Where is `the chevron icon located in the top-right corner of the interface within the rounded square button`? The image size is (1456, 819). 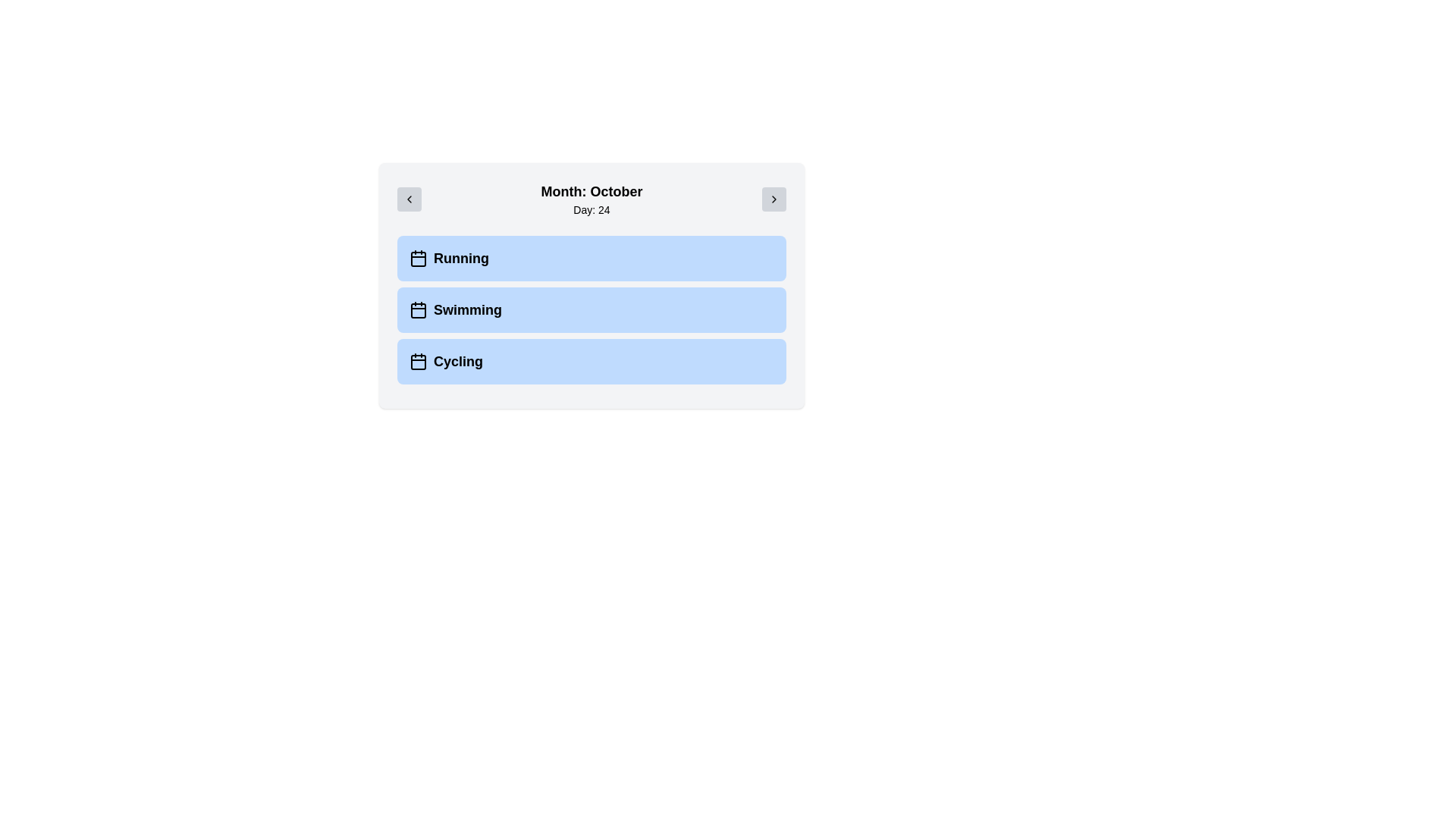
the chevron icon located in the top-right corner of the interface within the rounded square button is located at coordinates (774, 198).